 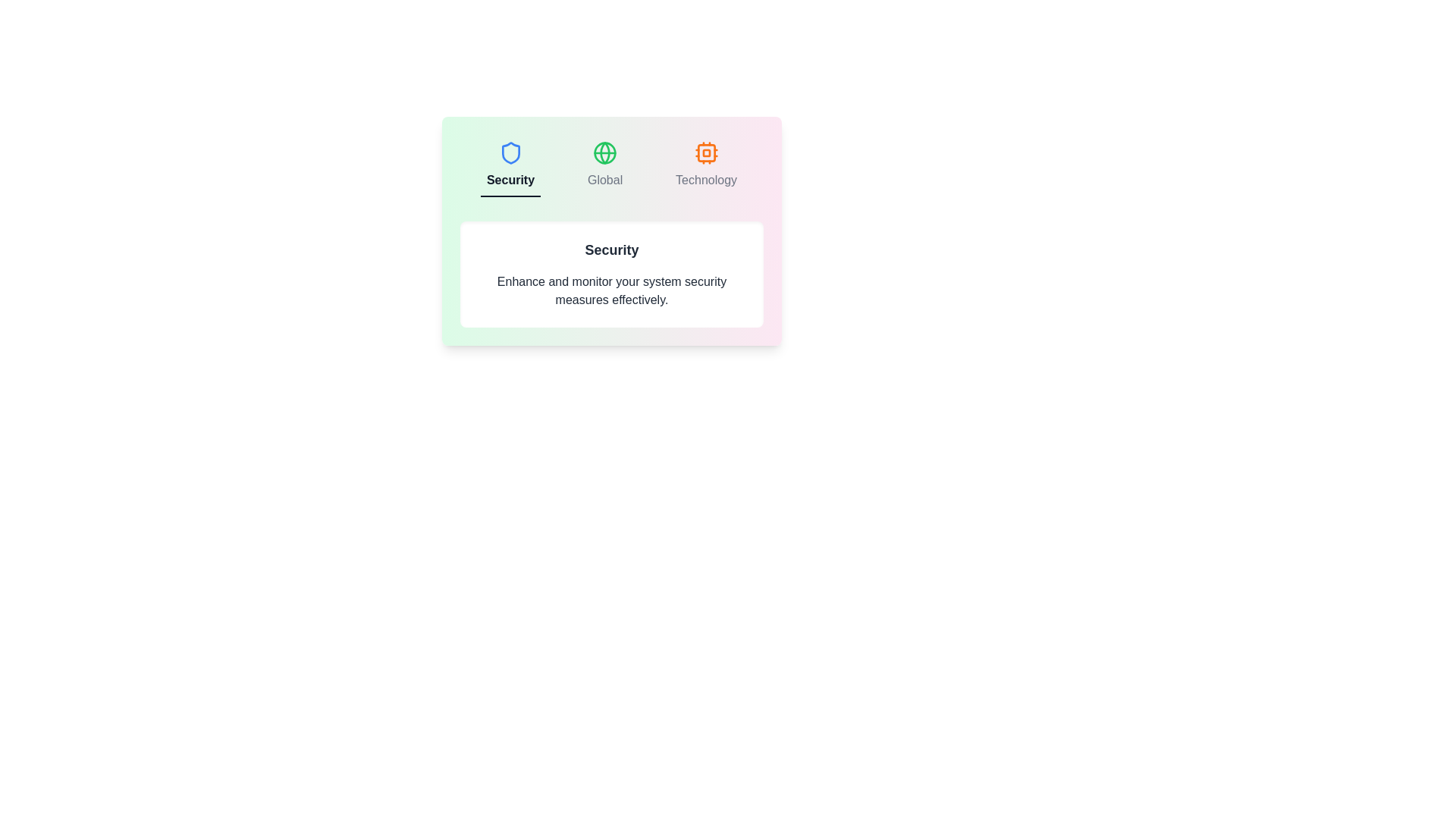 What do you see at coordinates (705, 166) in the screenshot?
I see `the Technology tab` at bounding box center [705, 166].